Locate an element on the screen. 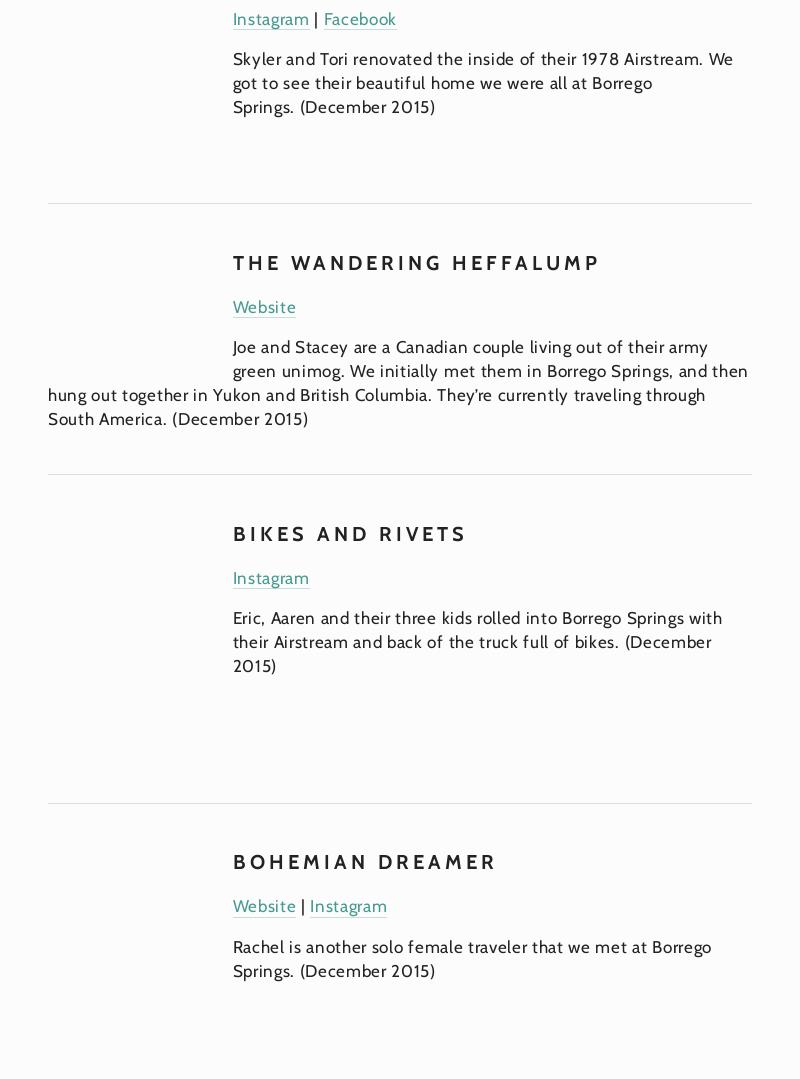  'Joe and Stacey are a Canadian couple living out of their army green unimog. We initially met them in Borrego Springs, and then hung out together in Yukon and British Columbia. They’re currently traveling through South America. (December 2015)' is located at coordinates (400, 381).